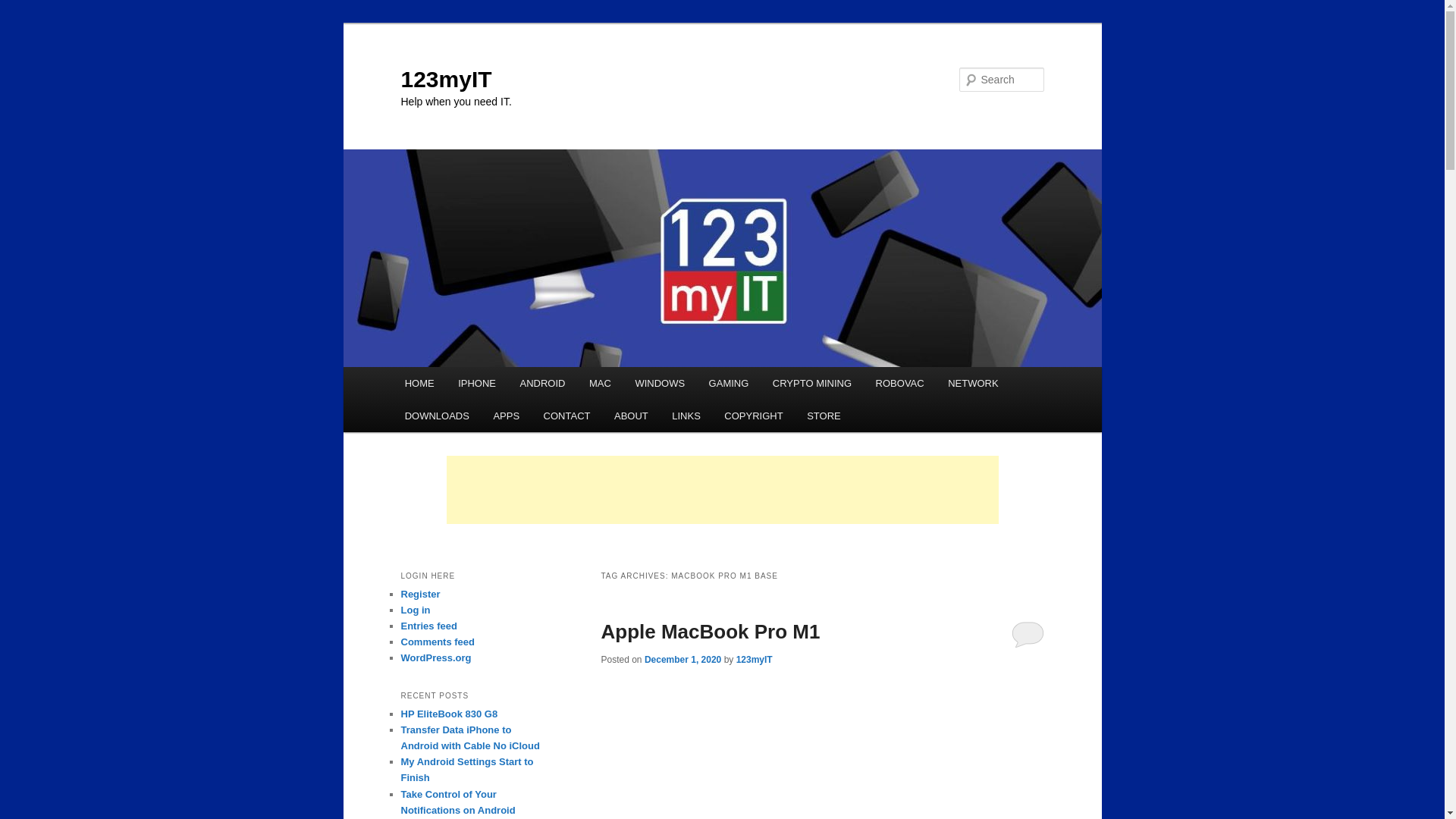 The image size is (1456, 819). Describe the element at coordinates (475, 382) in the screenshot. I see `'IPHONE'` at that location.